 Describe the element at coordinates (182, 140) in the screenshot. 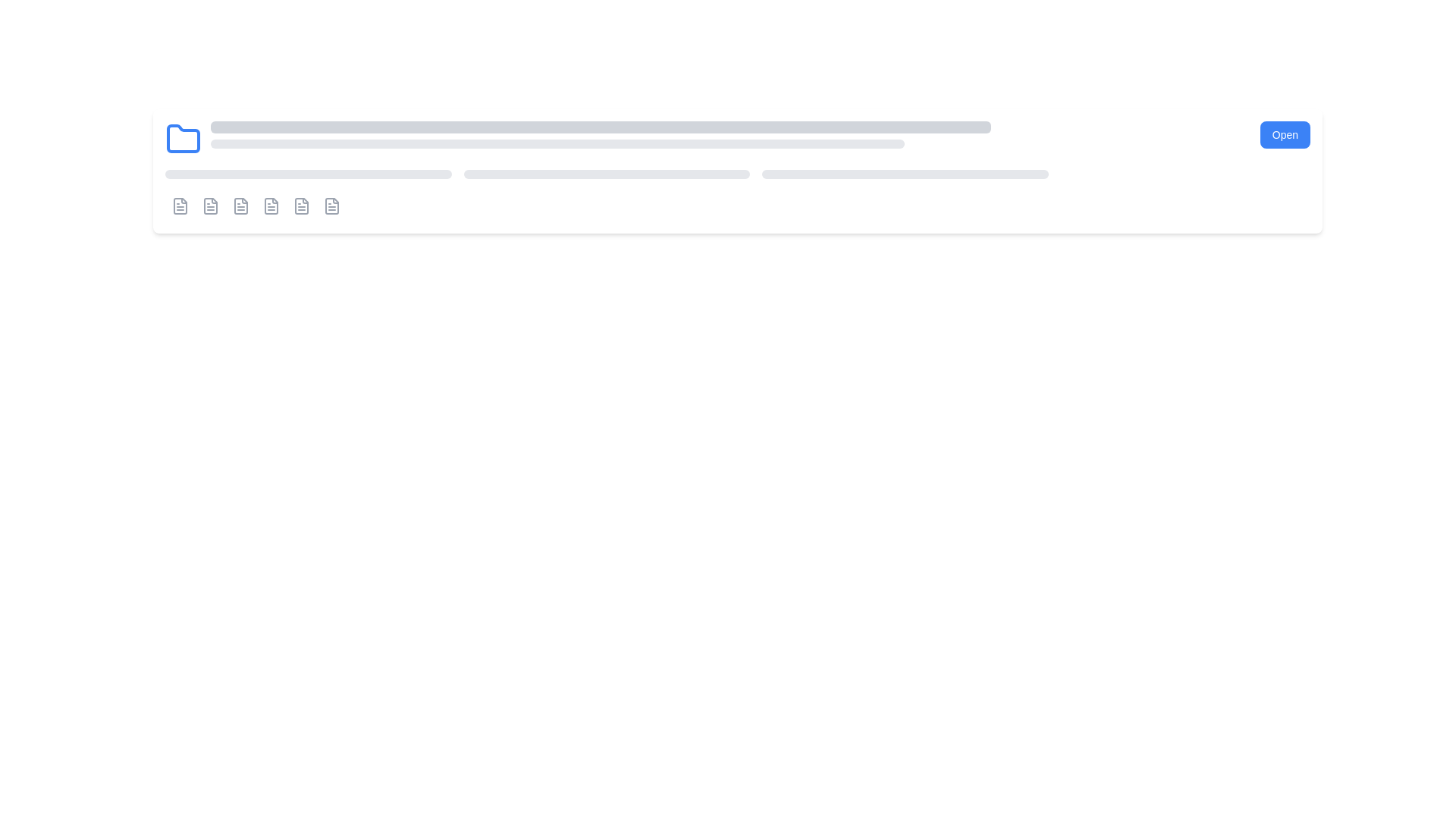

I see `the folder icon, which serves as a visual representation of a directory or file category, located at the far left of a horizontal section containing other elements` at that location.